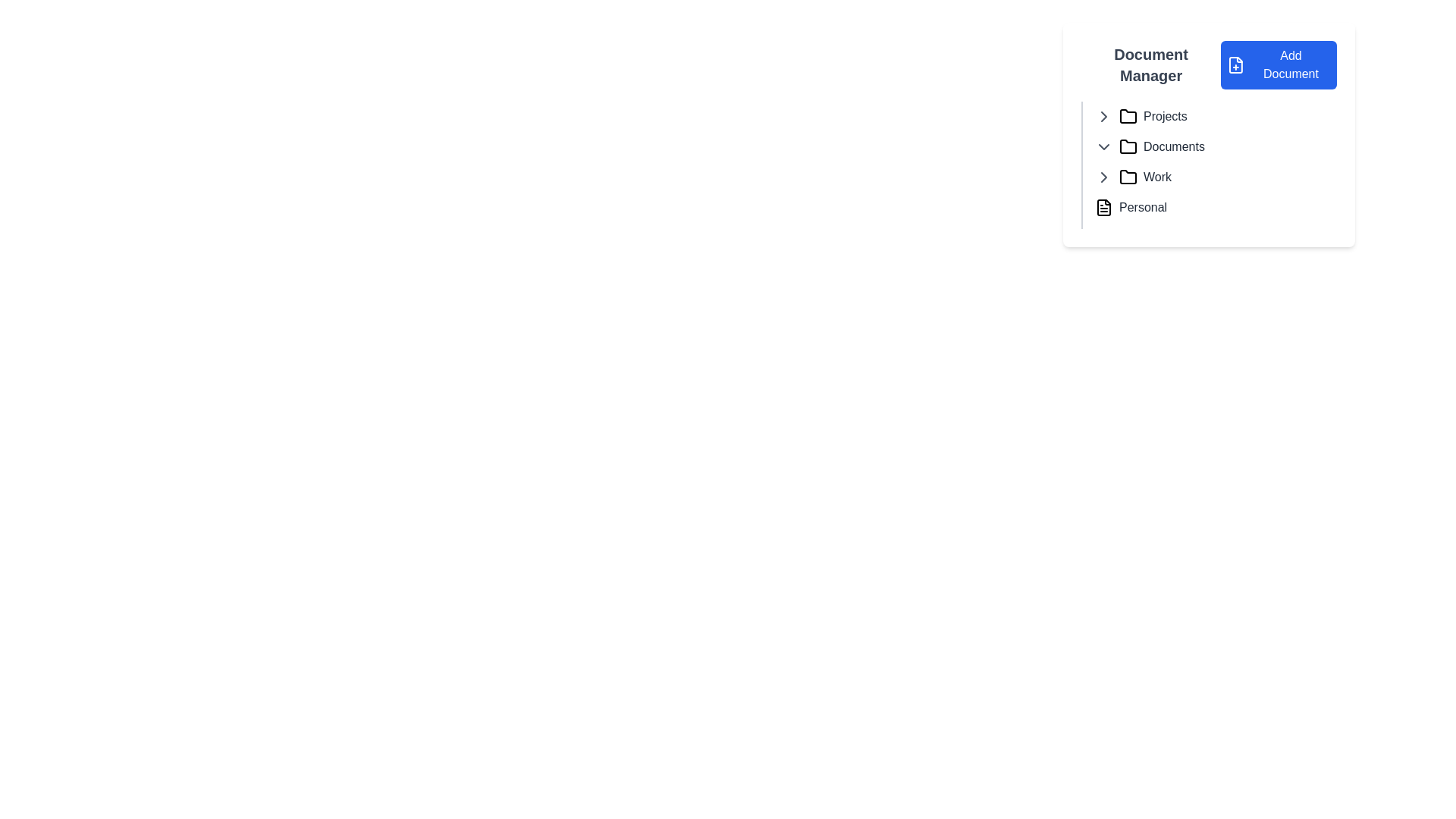 This screenshot has width=1456, height=819. What do you see at coordinates (1103, 116) in the screenshot?
I see `the Chevron Right icon` at bounding box center [1103, 116].